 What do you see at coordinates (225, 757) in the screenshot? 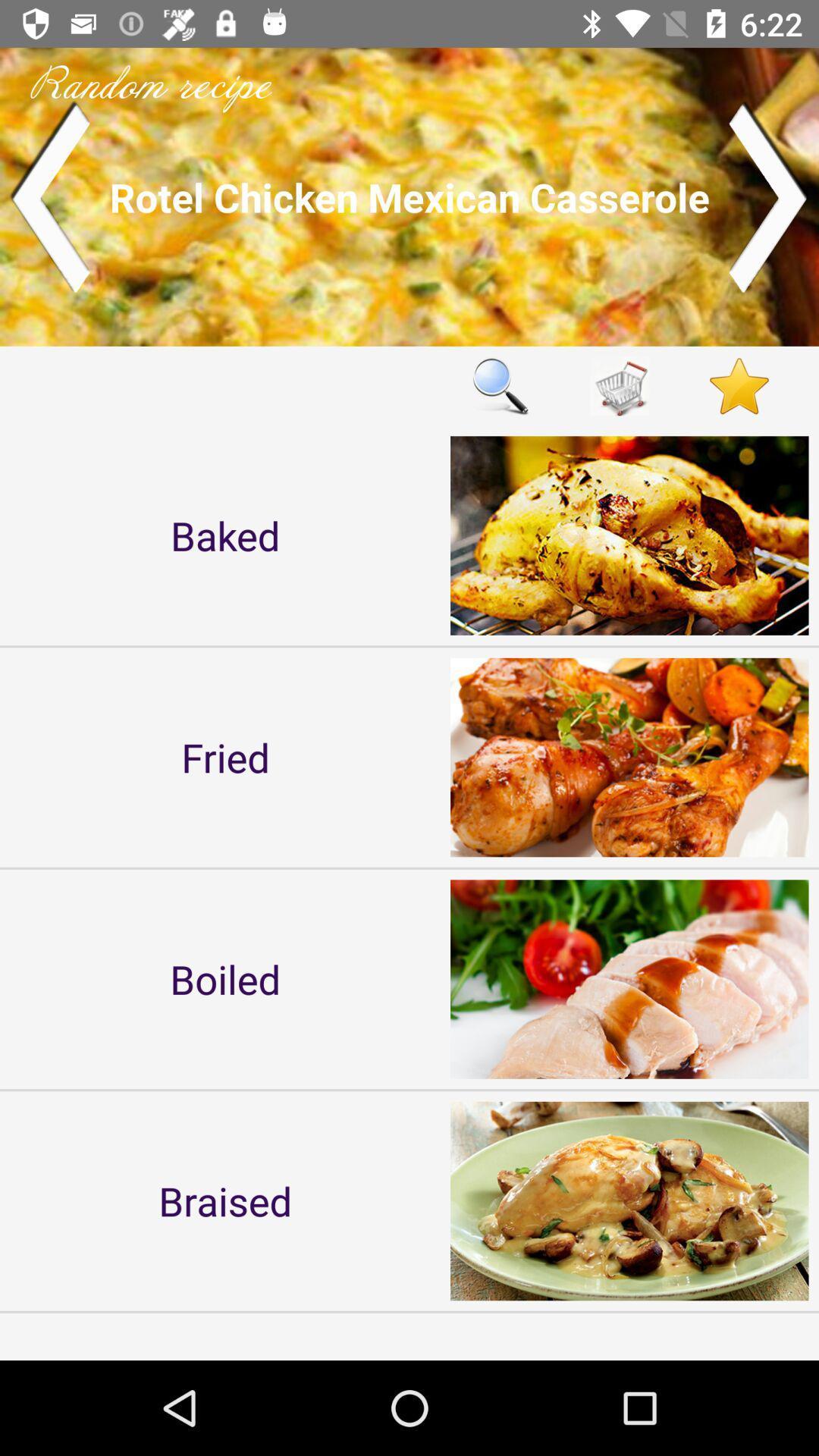
I see `icon above the boiled item` at bounding box center [225, 757].